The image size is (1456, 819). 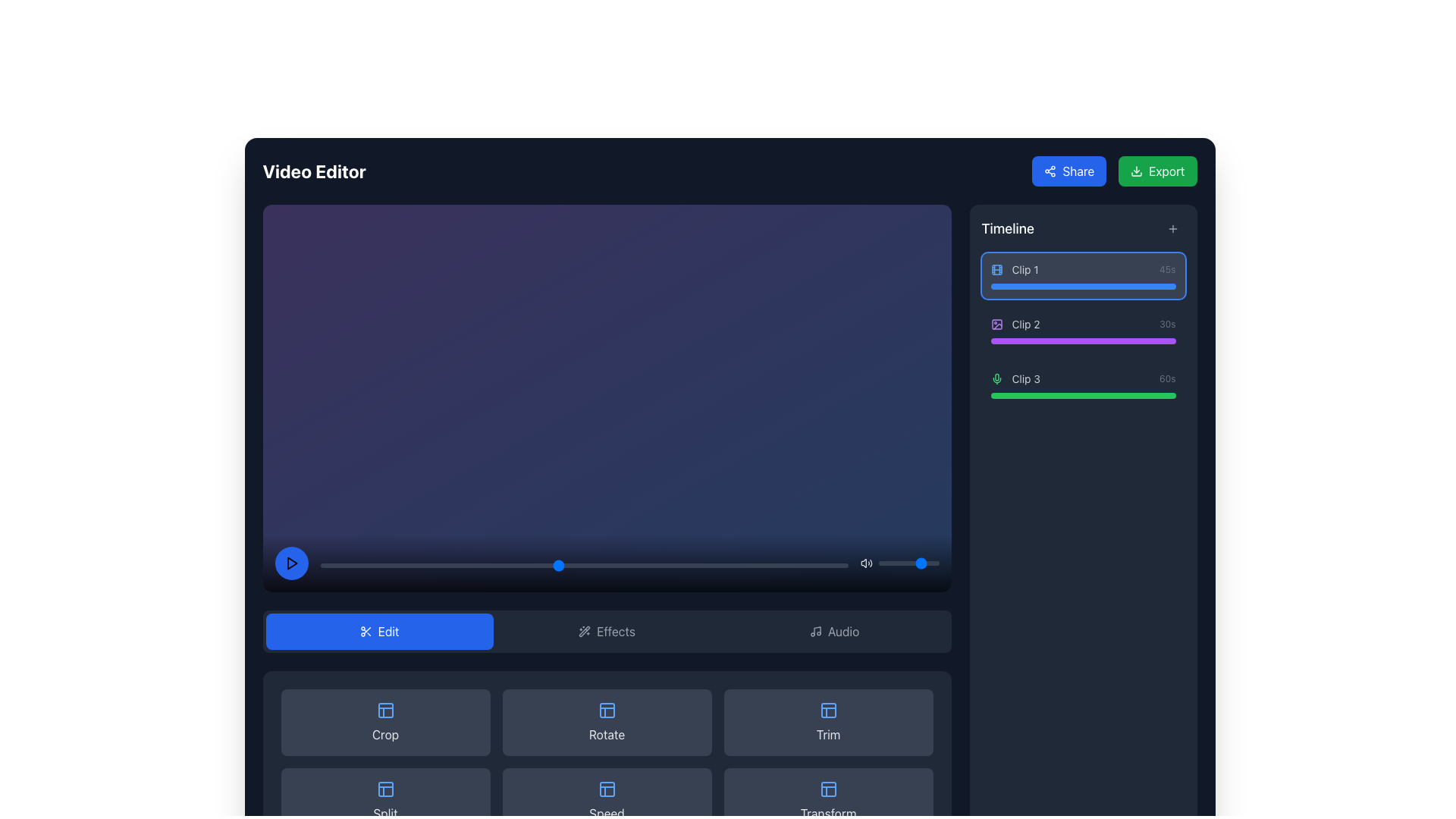 What do you see at coordinates (1082, 384) in the screenshot?
I see `the media clip indicator labeled 'Clip 3'` at bounding box center [1082, 384].